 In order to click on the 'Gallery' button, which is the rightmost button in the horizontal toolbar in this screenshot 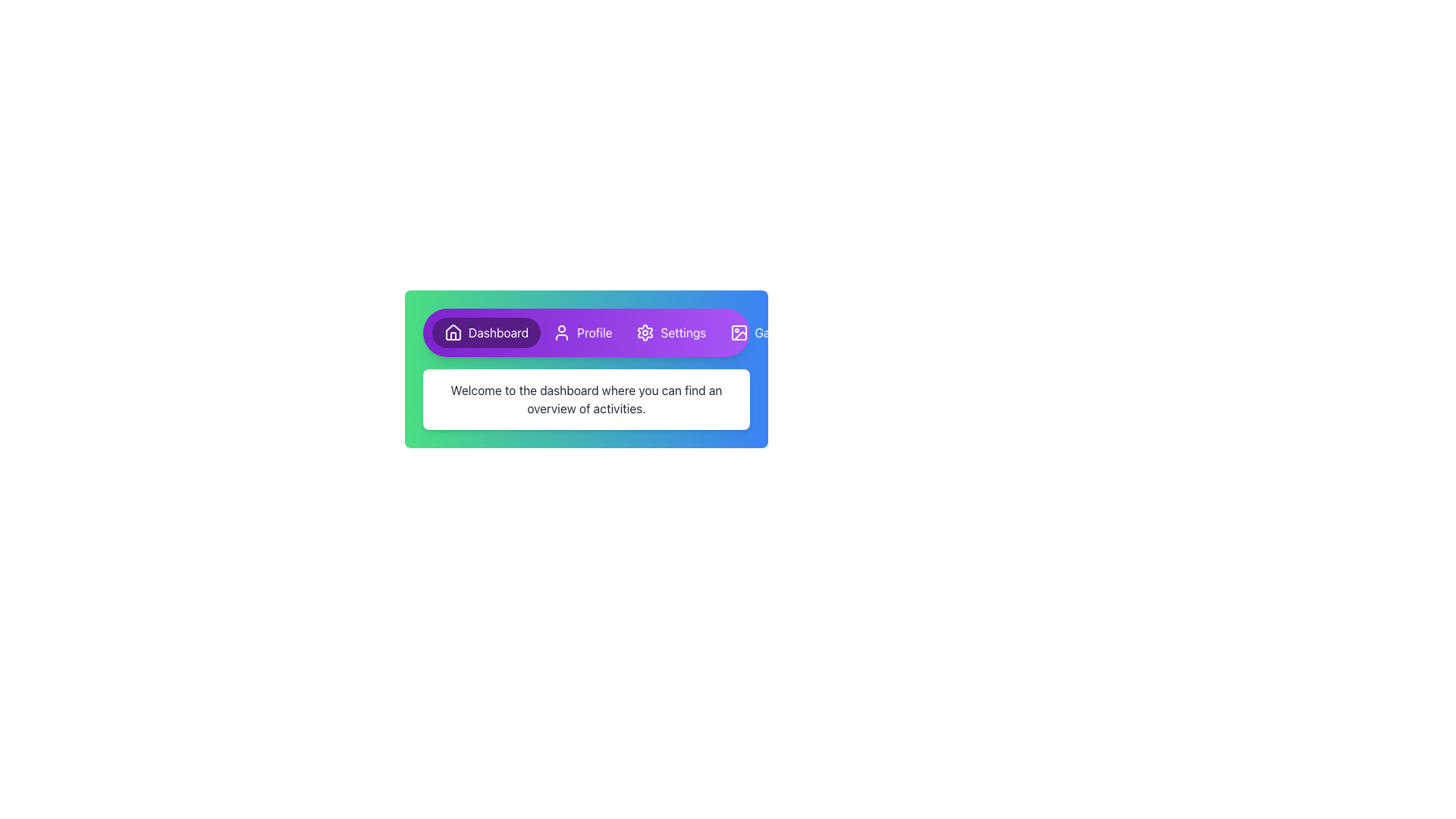, I will do `click(761, 332)`.